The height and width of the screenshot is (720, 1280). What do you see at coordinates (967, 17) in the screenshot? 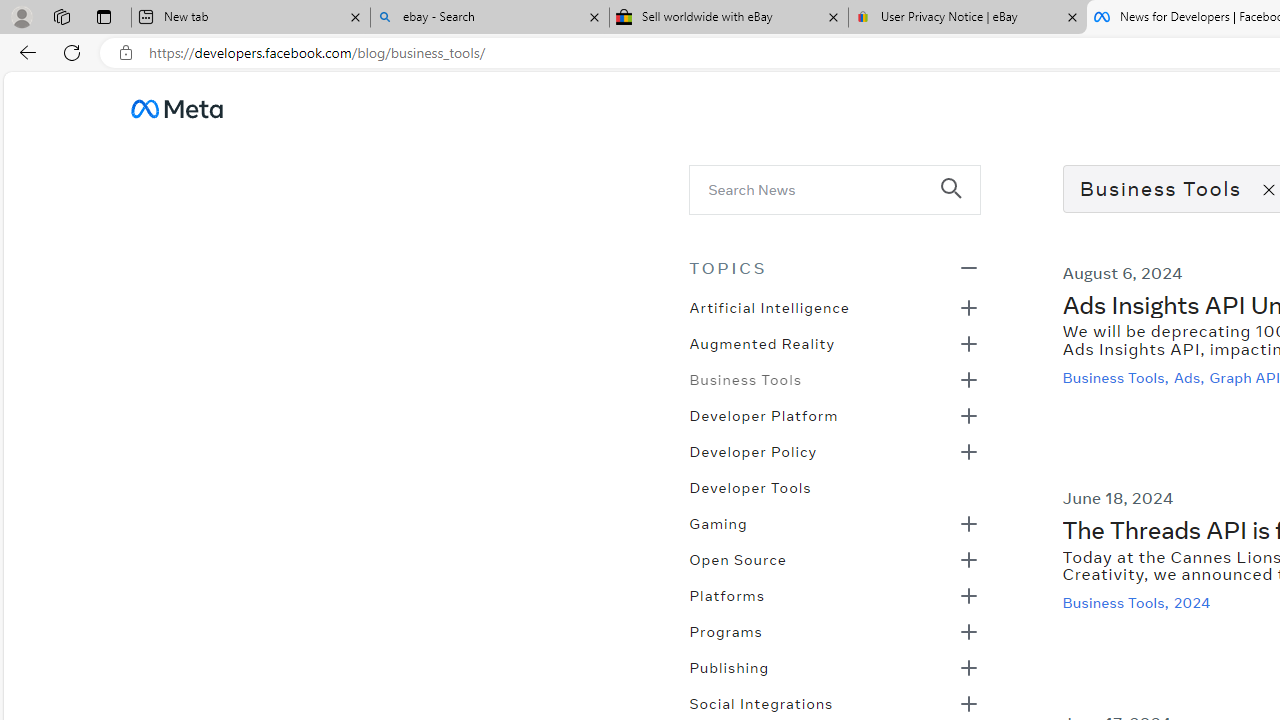
I see `'User Privacy Notice | eBay'` at bounding box center [967, 17].